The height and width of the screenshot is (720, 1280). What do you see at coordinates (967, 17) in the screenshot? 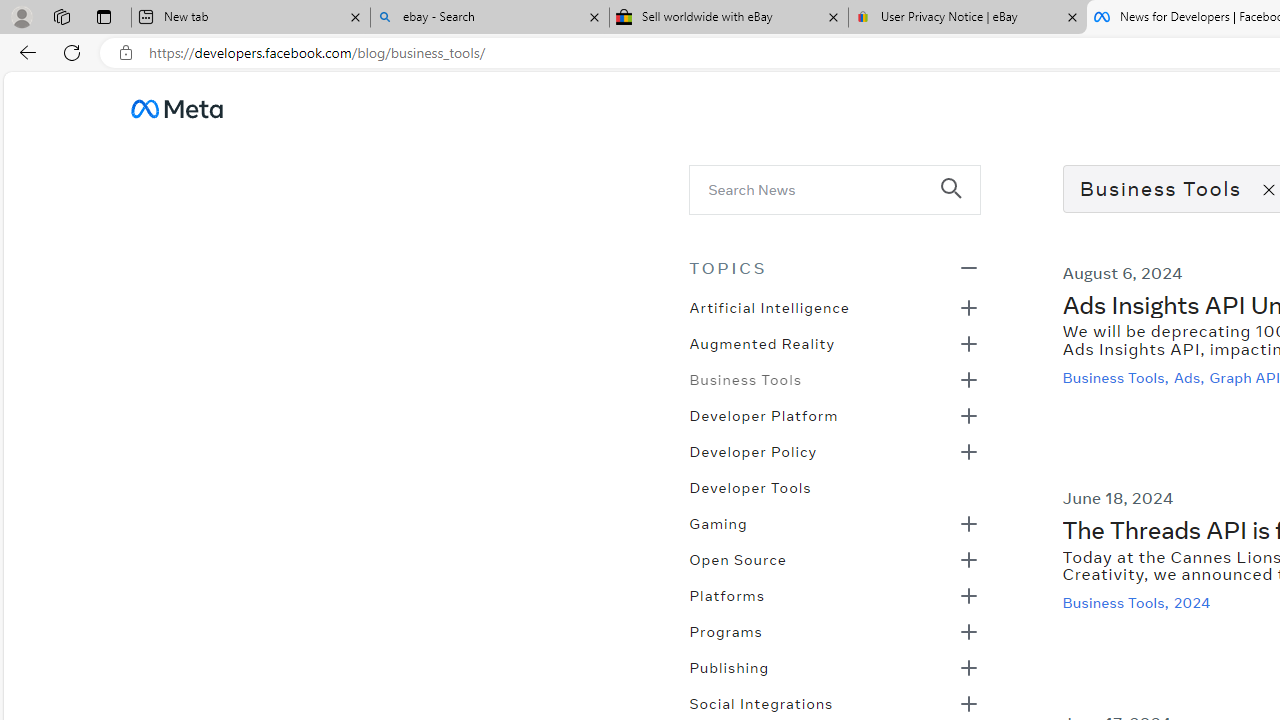
I see `'User Privacy Notice | eBay'` at bounding box center [967, 17].